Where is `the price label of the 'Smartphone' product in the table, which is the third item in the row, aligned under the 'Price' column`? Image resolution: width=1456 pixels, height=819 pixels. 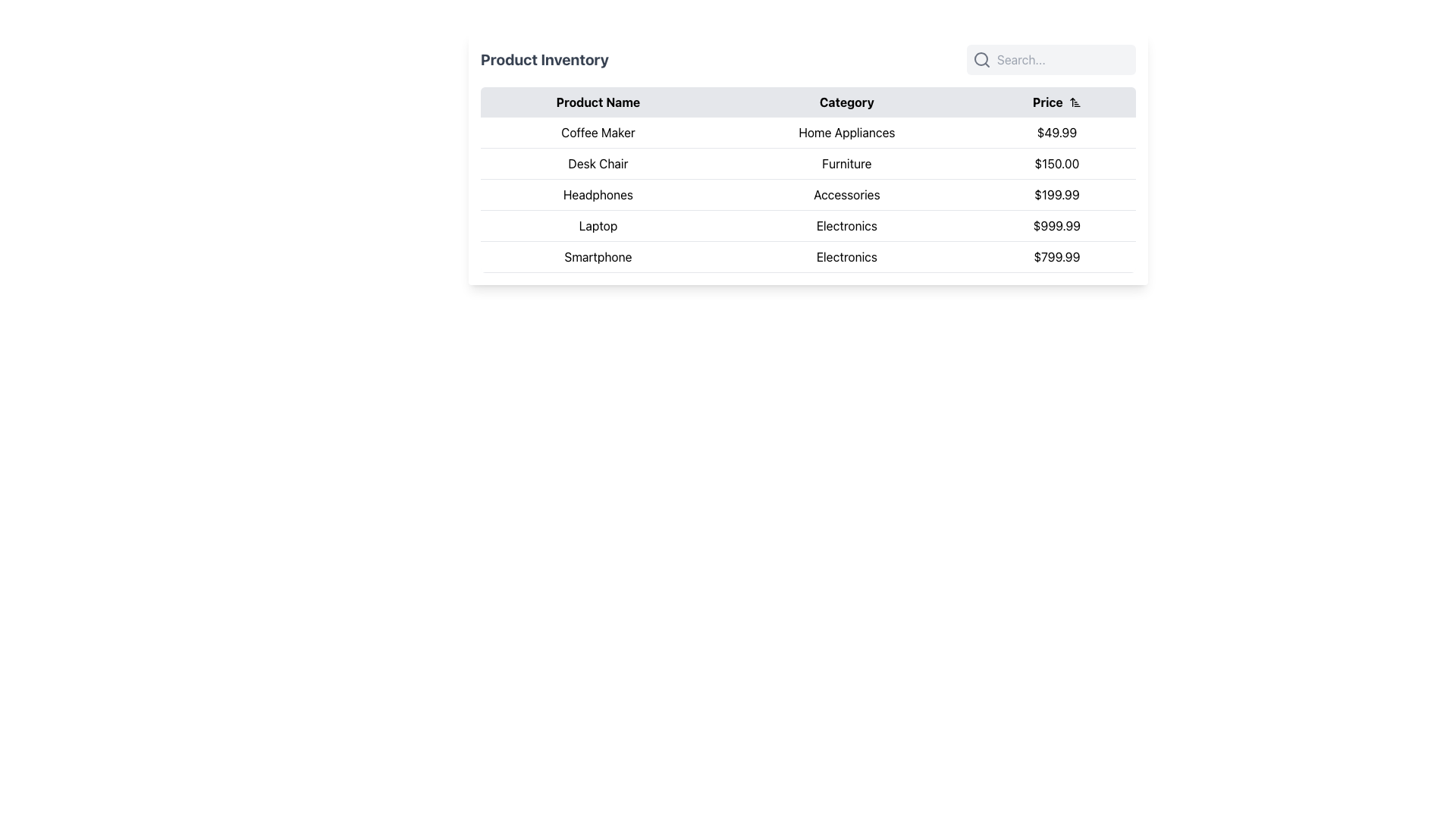
the price label of the 'Smartphone' product in the table, which is the third item in the row, aligned under the 'Price' column is located at coordinates (1056, 256).